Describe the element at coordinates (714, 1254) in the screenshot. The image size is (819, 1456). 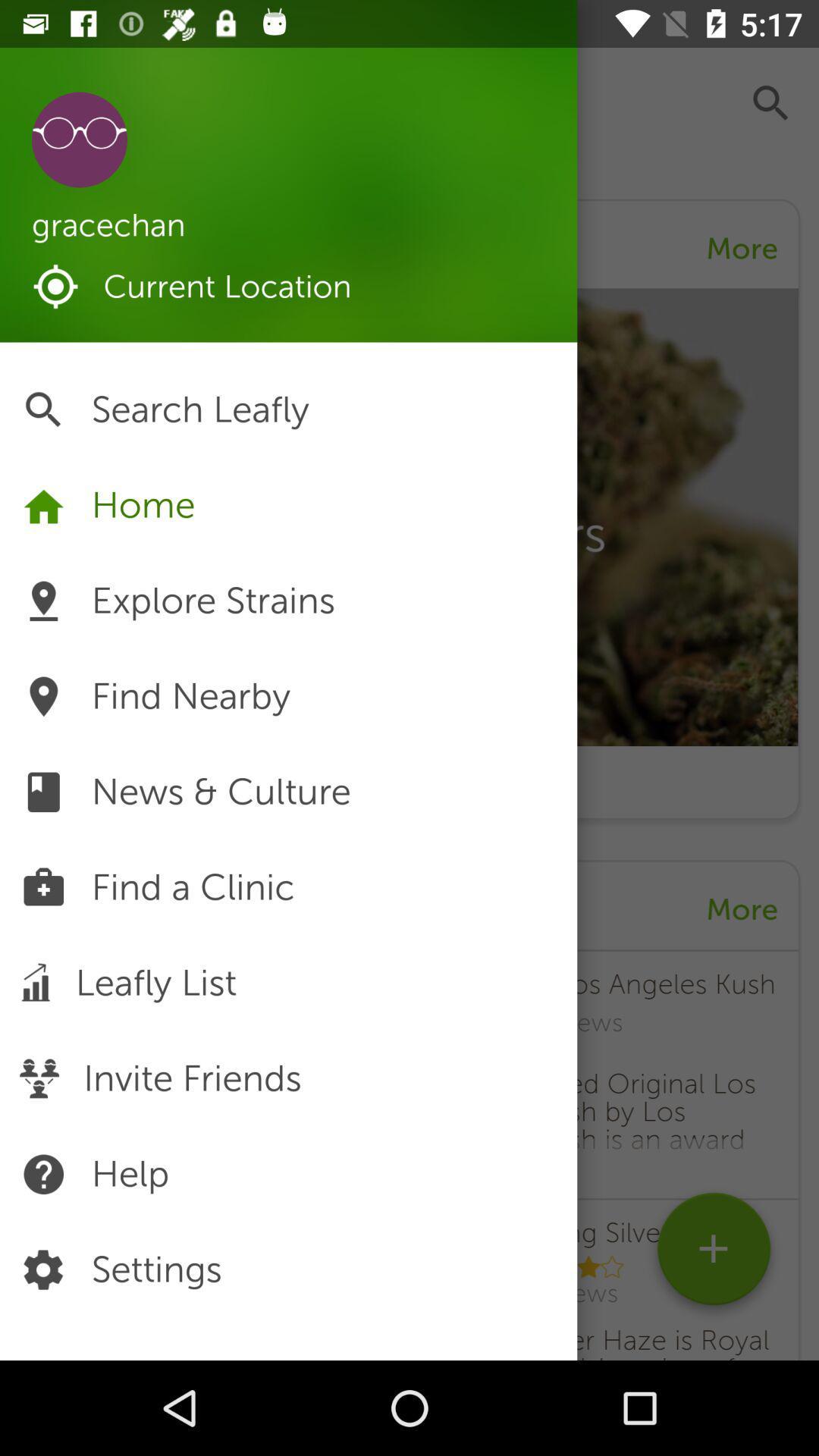
I see `the add icon` at that location.